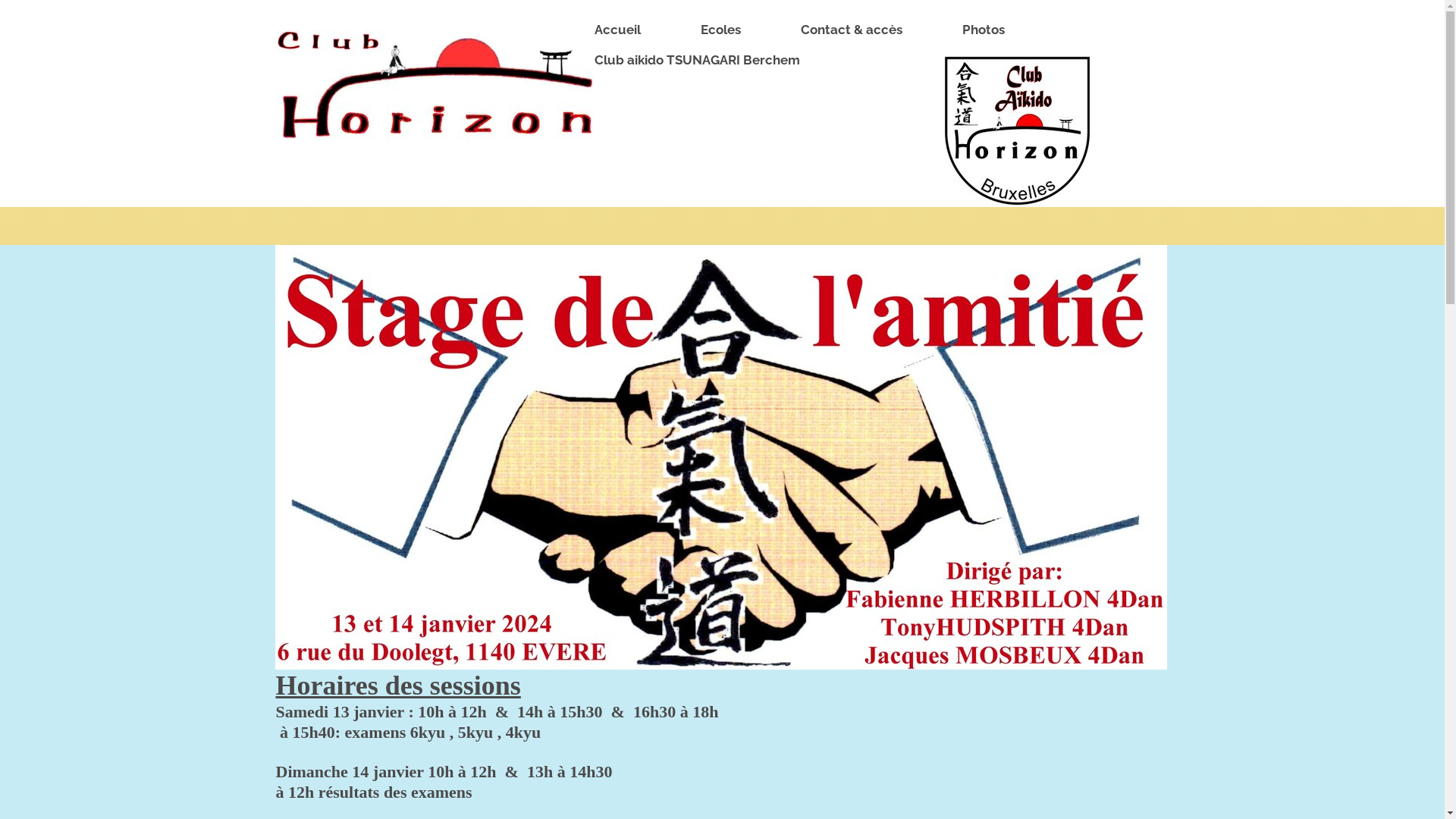 The height and width of the screenshot is (819, 1456). I want to click on 'Accueil', so click(570, 30).